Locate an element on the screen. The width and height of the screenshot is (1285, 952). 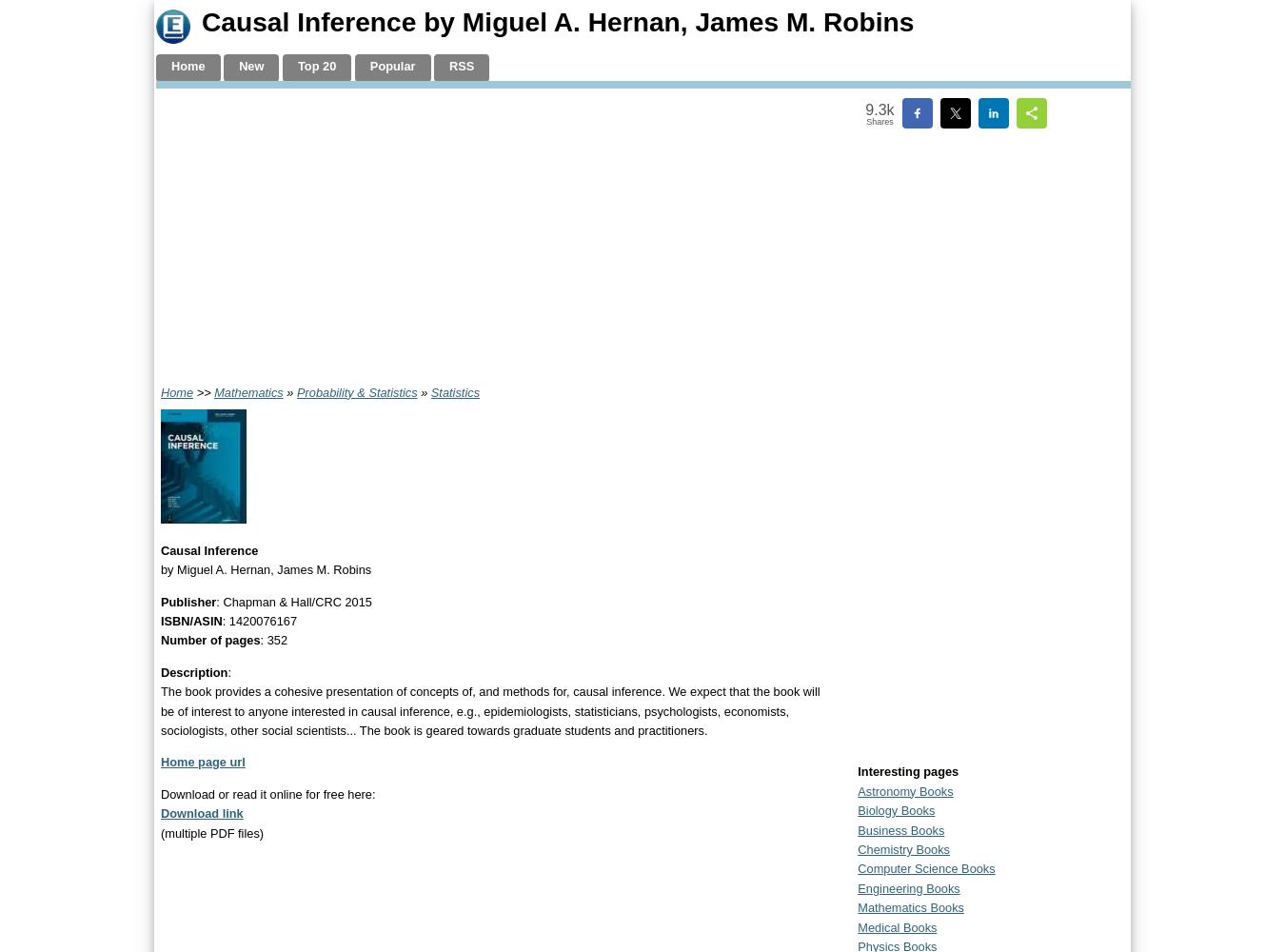
'free' is located at coordinates (333, 792).